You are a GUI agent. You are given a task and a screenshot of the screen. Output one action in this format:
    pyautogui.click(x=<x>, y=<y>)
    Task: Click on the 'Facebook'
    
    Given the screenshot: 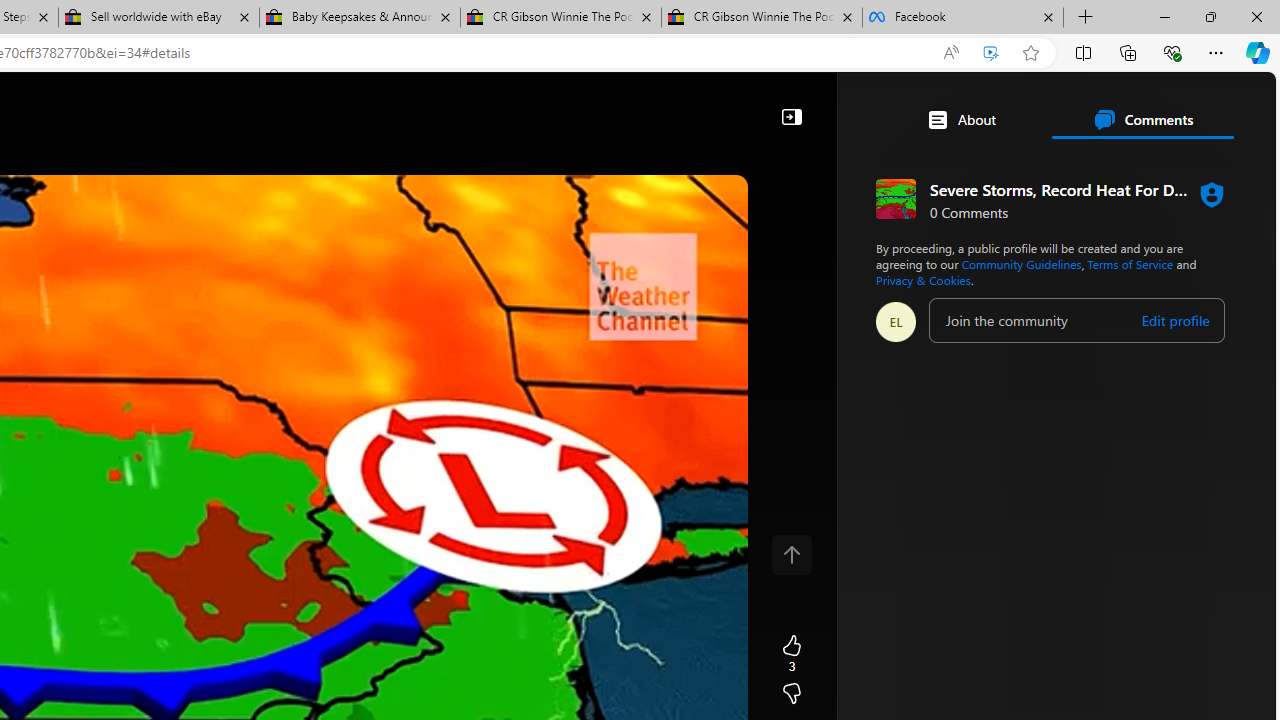 What is the action you would take?
    pyautogui.click(x=963, y=17)
    